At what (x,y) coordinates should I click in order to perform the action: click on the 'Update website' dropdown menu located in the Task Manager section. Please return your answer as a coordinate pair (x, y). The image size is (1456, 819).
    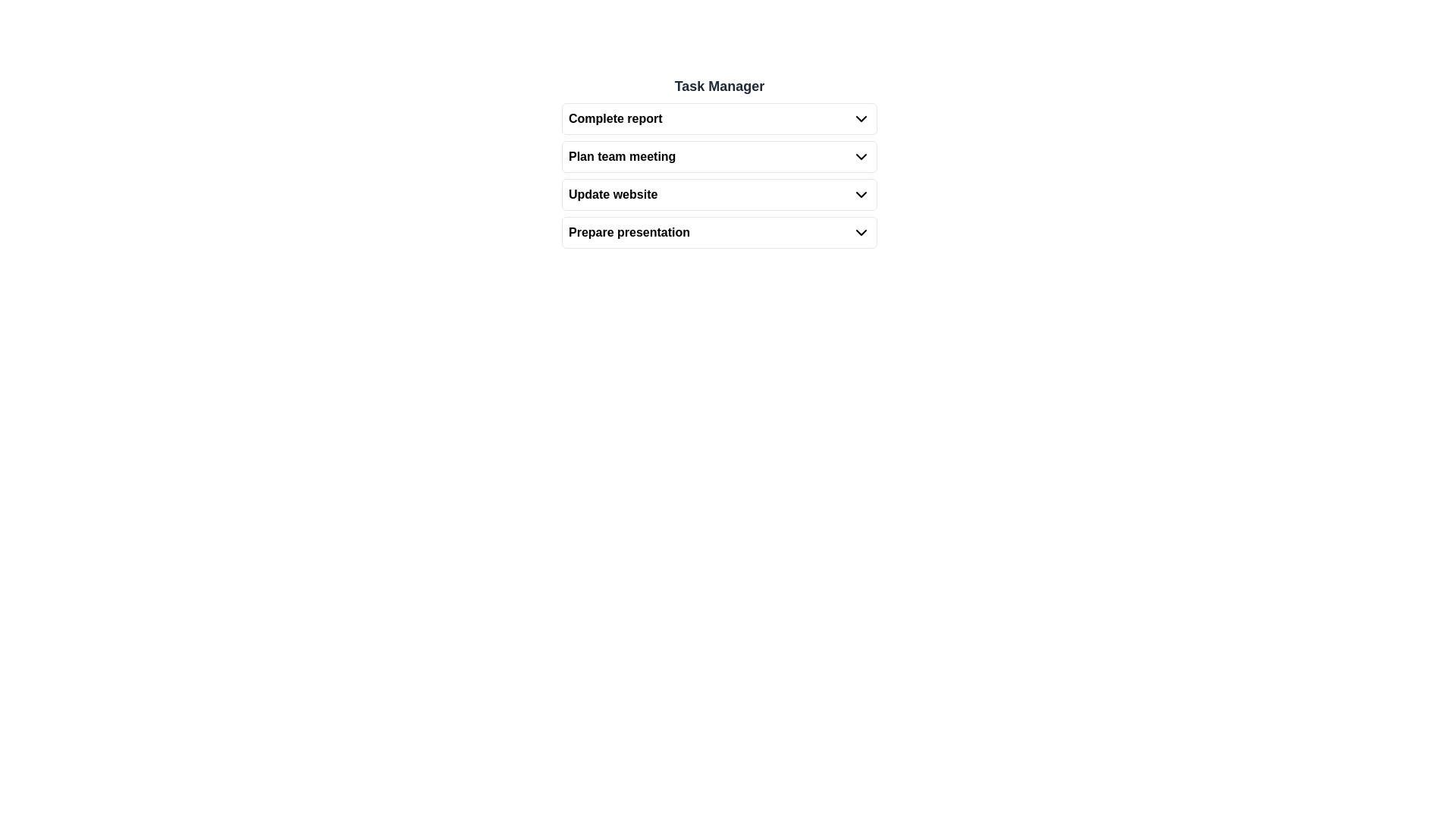
    Looking at the image, I should click on (719, 194).